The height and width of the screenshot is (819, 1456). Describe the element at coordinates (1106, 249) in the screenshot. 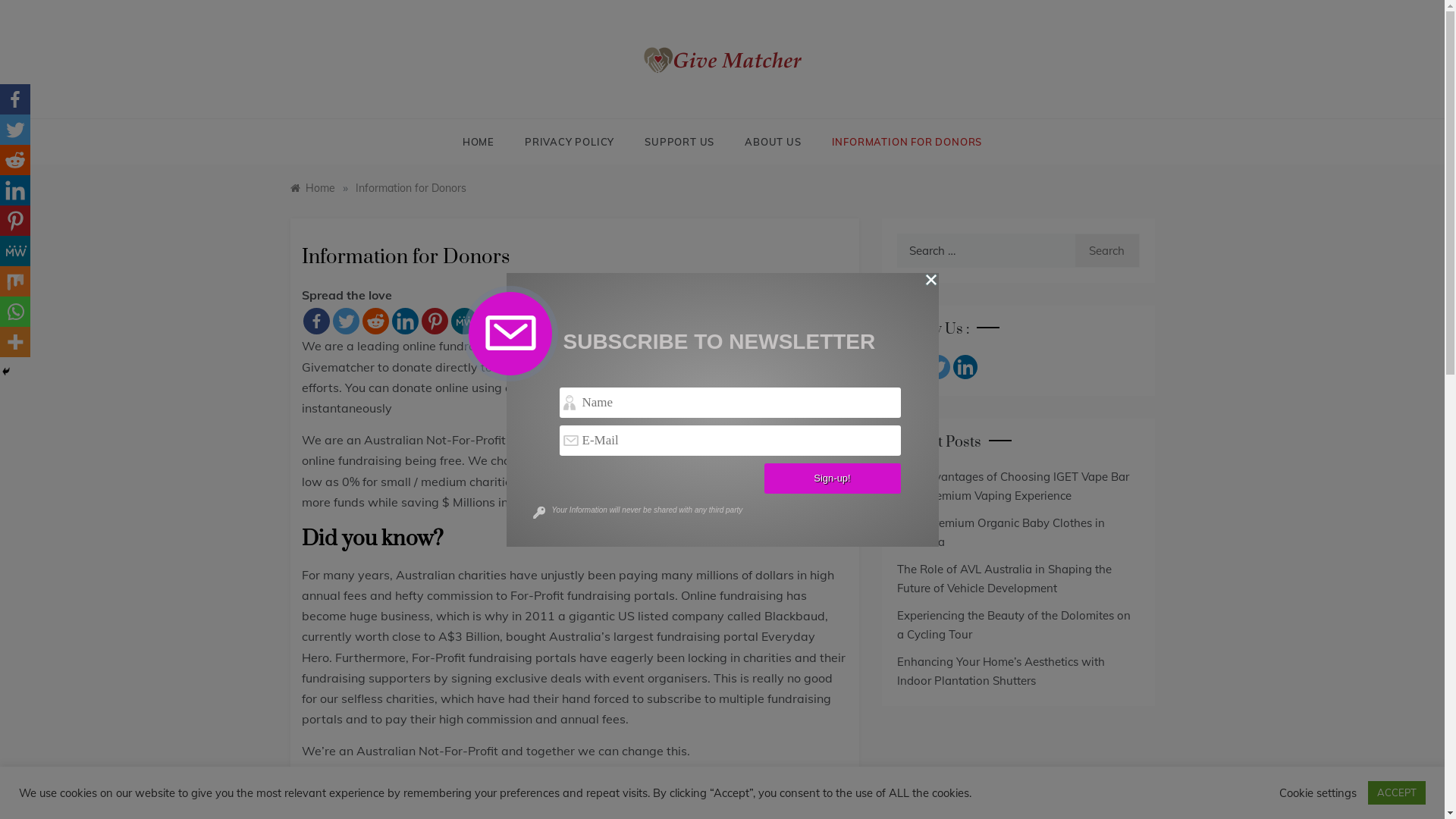

I see `'Search'` at that location.